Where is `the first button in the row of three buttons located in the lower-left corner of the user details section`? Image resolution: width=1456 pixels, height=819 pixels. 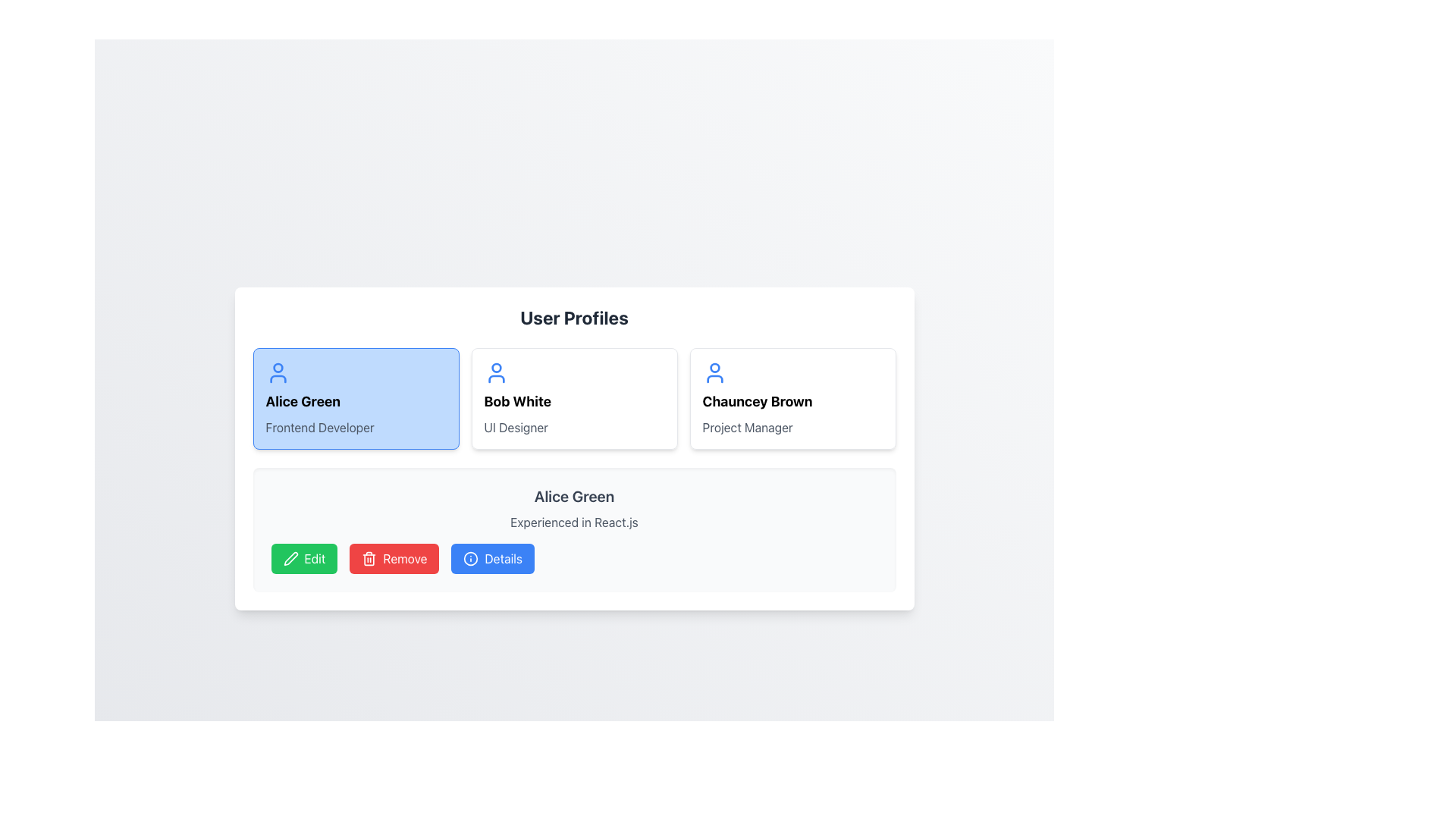 the first button in the row of three buttons located in the lower-left corner of the user details section is located at coordinates (303, 558).